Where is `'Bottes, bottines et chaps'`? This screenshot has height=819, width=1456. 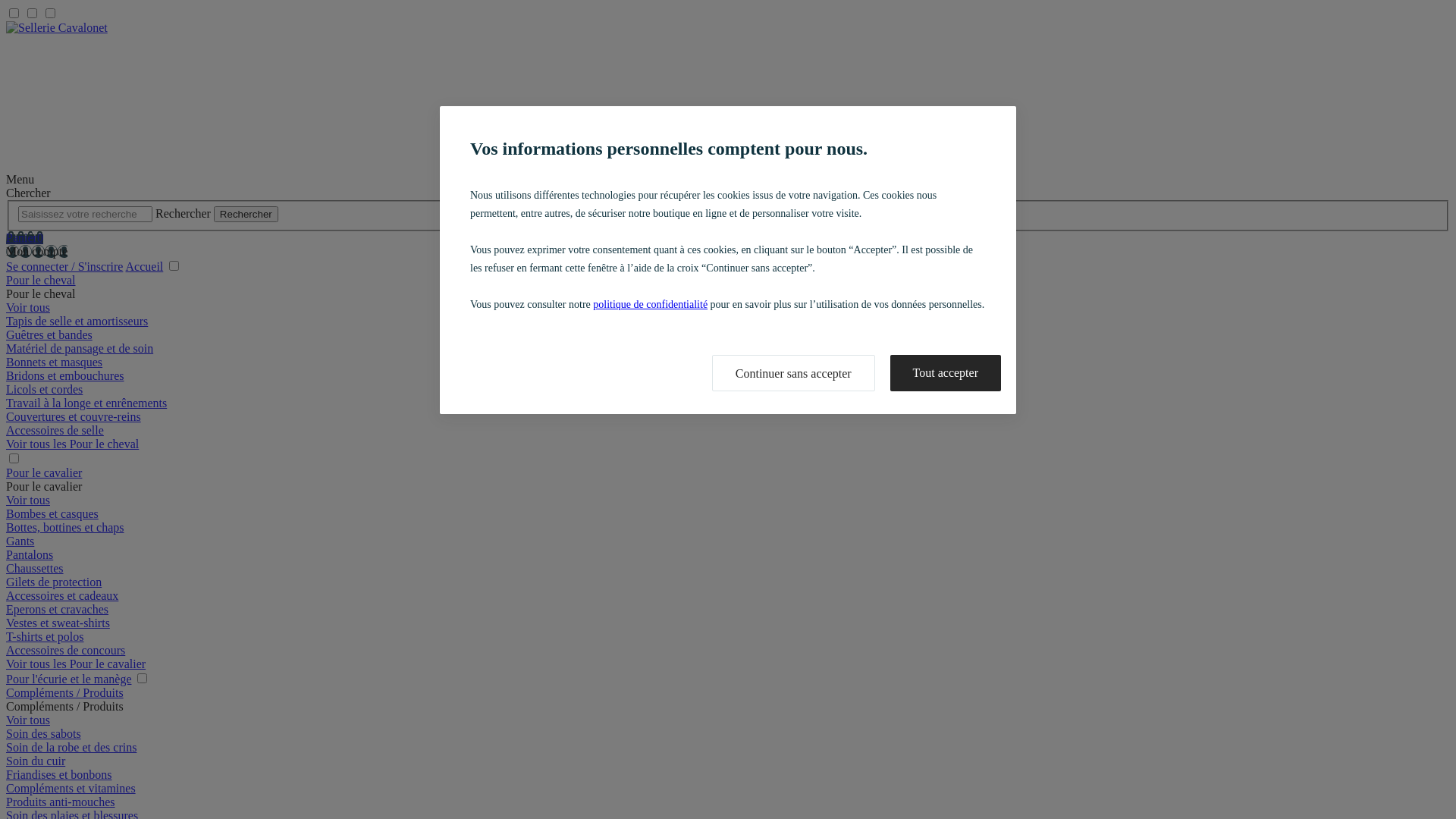 'Bottes, bottines et chaps' is located at coordinates (64, 526).